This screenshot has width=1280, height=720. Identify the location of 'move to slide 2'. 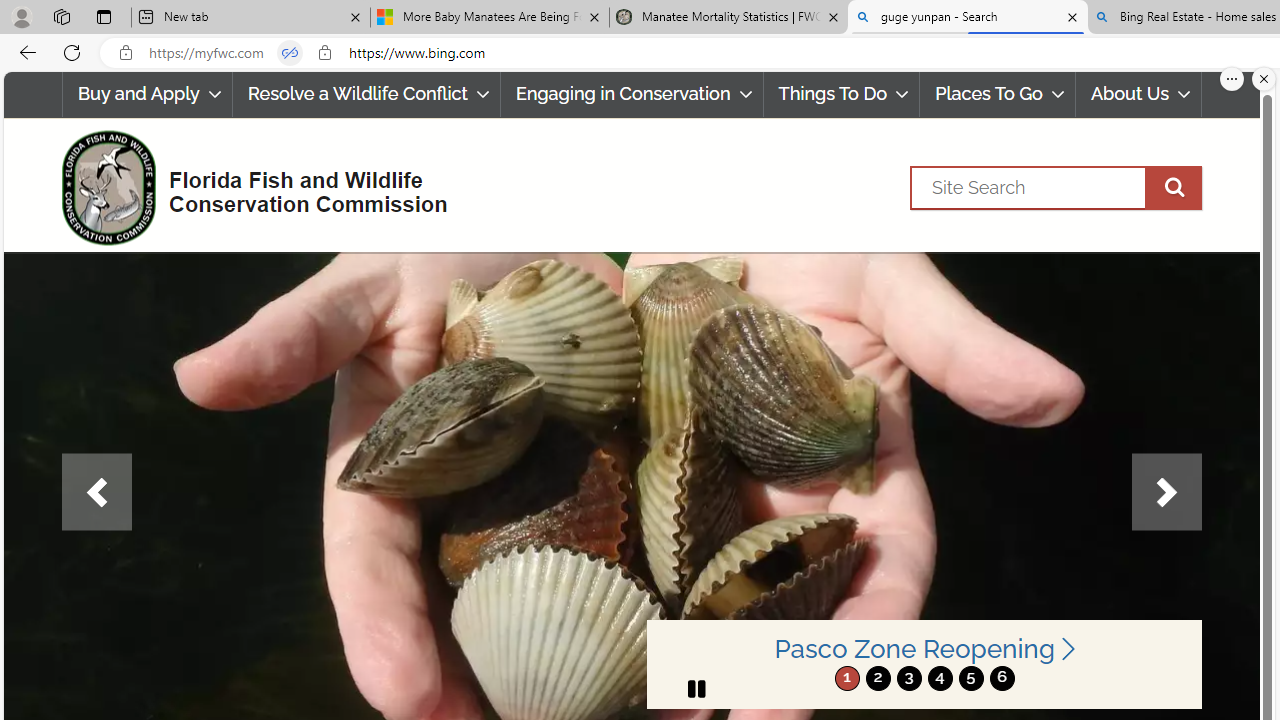
(878, 677).